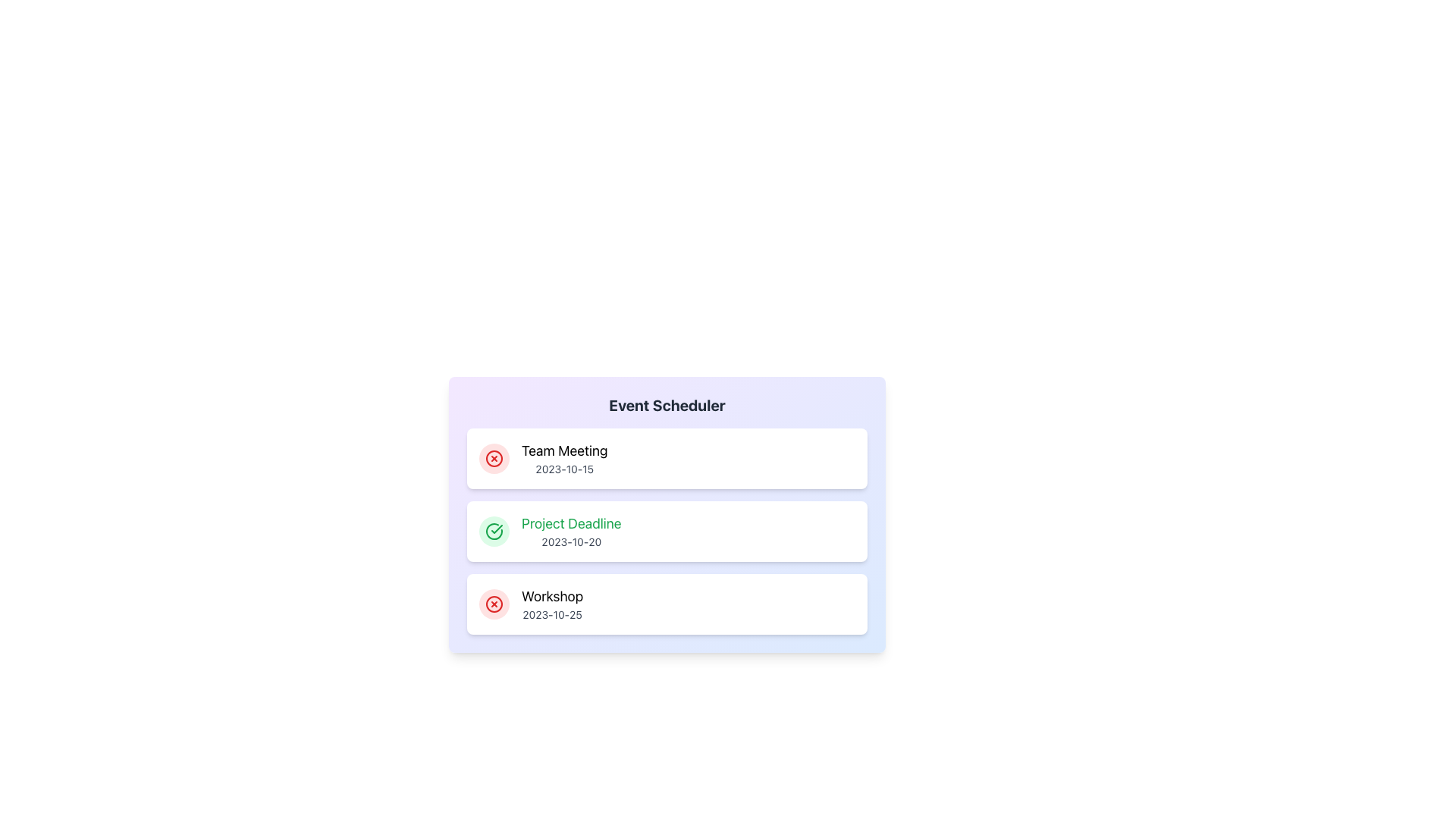 This screenshot has width=1456, height=819. What do you see at coordinates (563, 468) in the screenshot?
I see `the Text Label that displays the scheduled date for the event, located directly below the 'Team Meeting' element in the event list` at bounding box center [563, 468].